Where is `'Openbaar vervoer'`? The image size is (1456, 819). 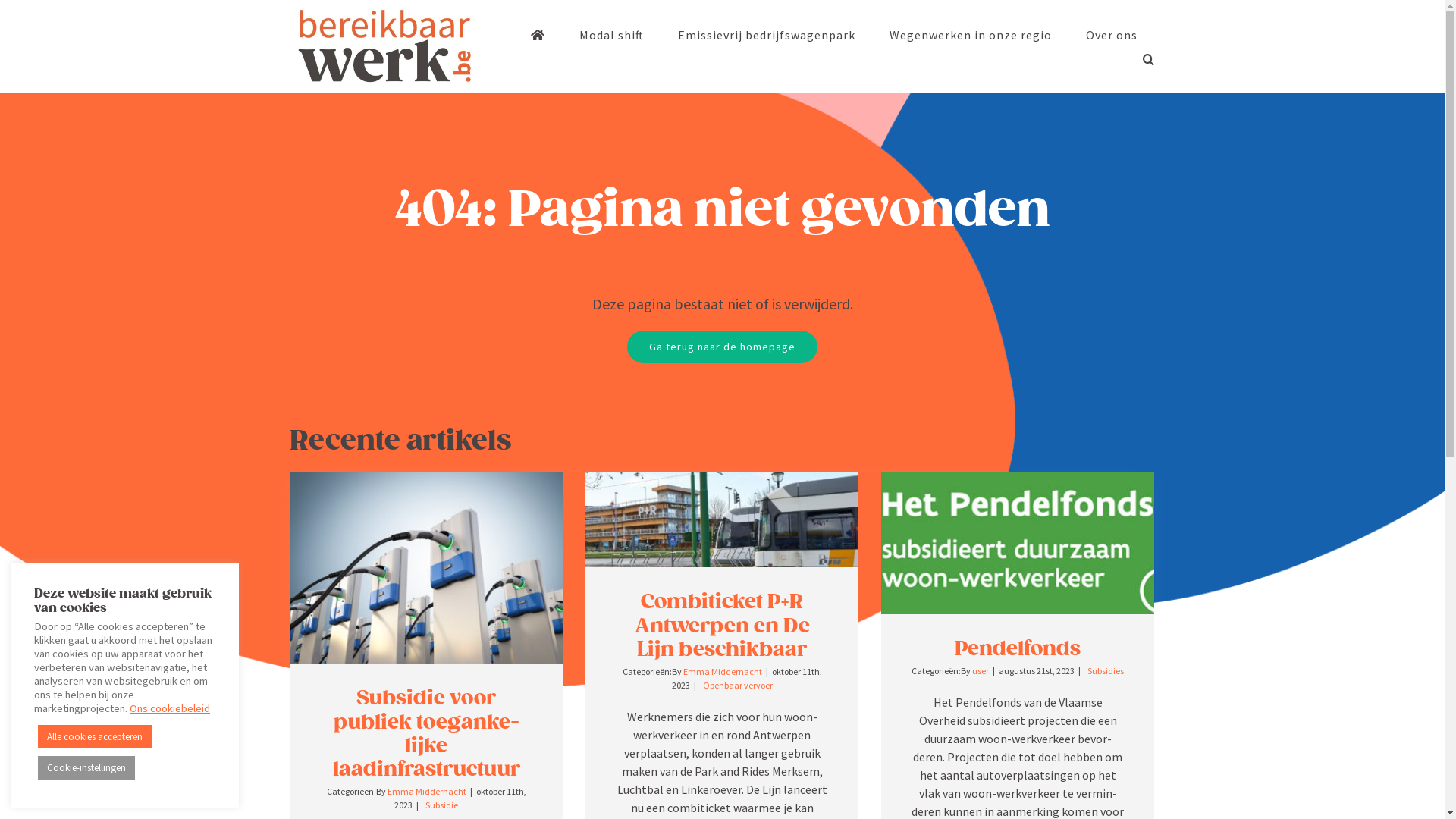 'Openbaar vervoer' is located at coordinates (738, 685).